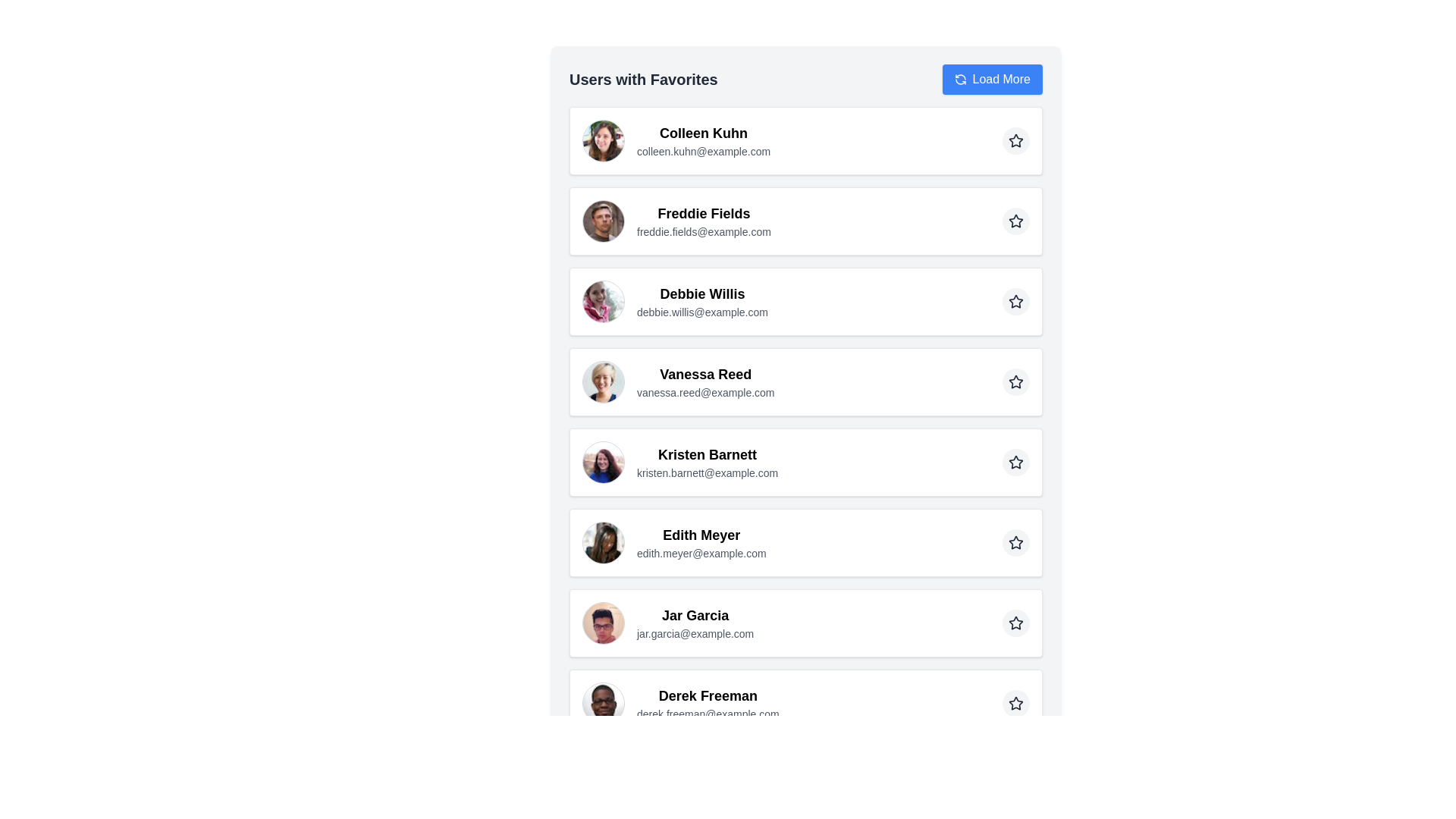  What do you see at coordinates (674, 301) in the screenshot?
I see `the user profile entry for 'Debbie Willis'` at bounding box center [674, 301].